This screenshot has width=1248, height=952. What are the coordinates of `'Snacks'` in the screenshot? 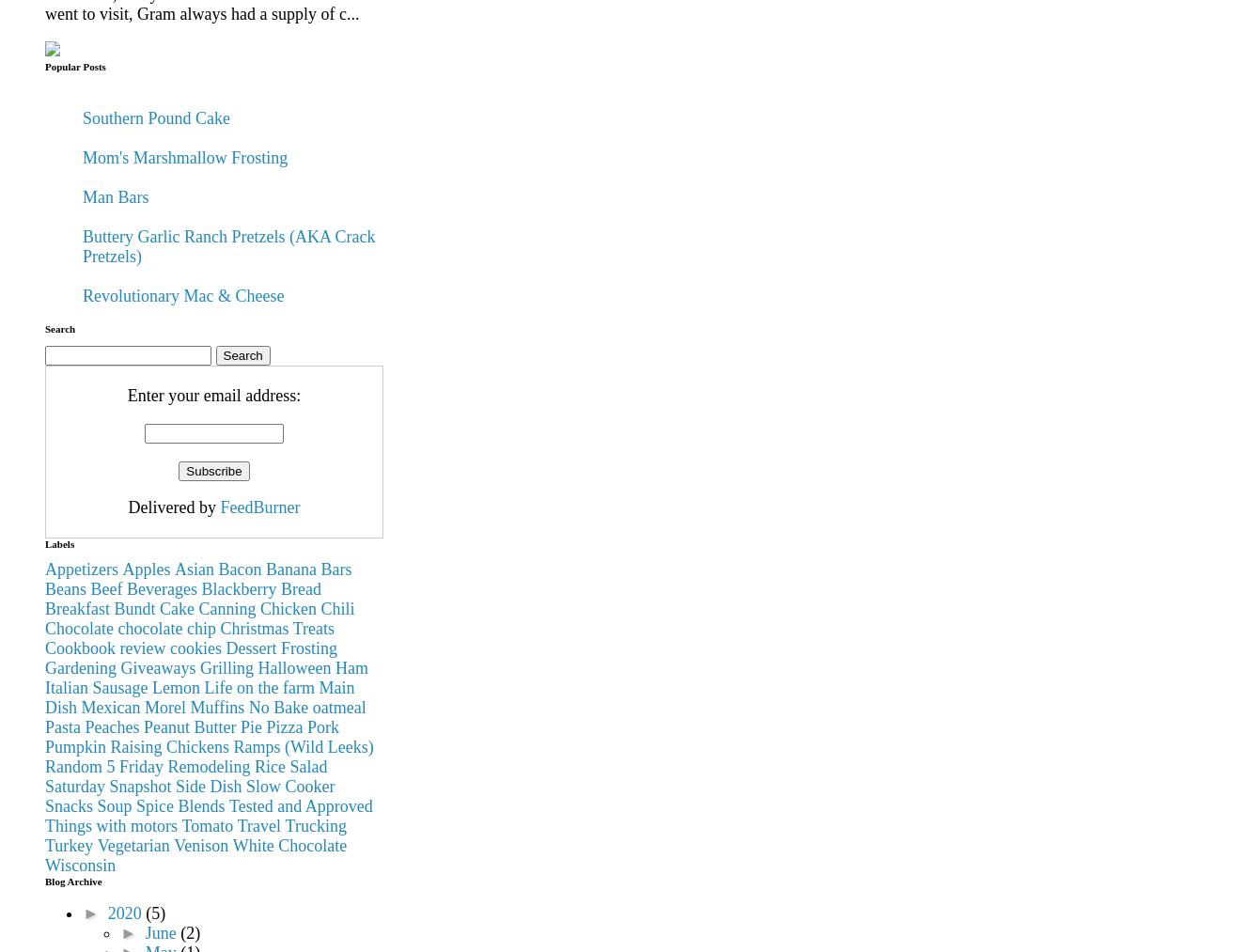 It's located at (69, 805).